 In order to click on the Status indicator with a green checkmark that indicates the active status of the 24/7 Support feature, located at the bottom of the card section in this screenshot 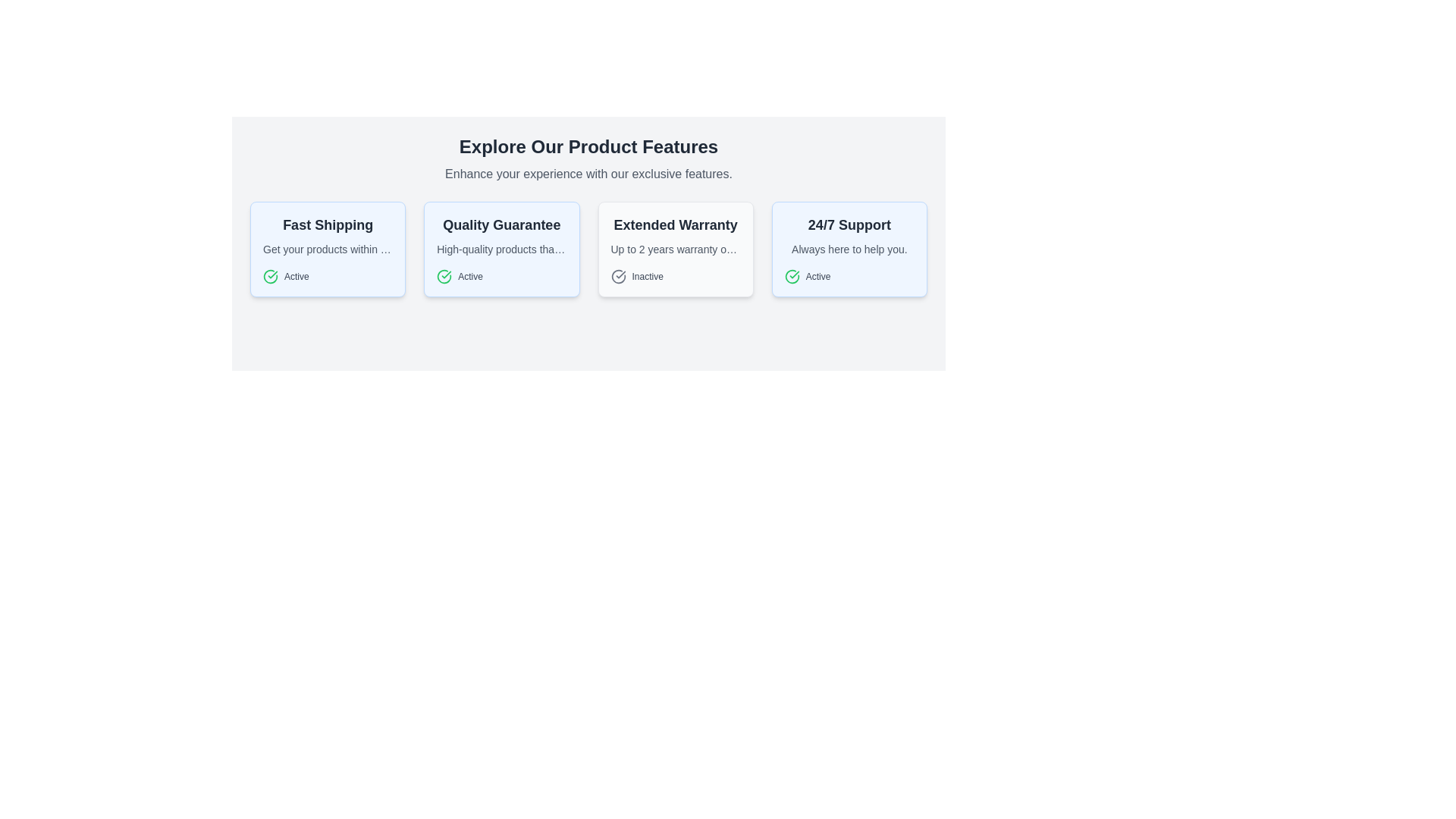, I will do `click(849, 277)`.